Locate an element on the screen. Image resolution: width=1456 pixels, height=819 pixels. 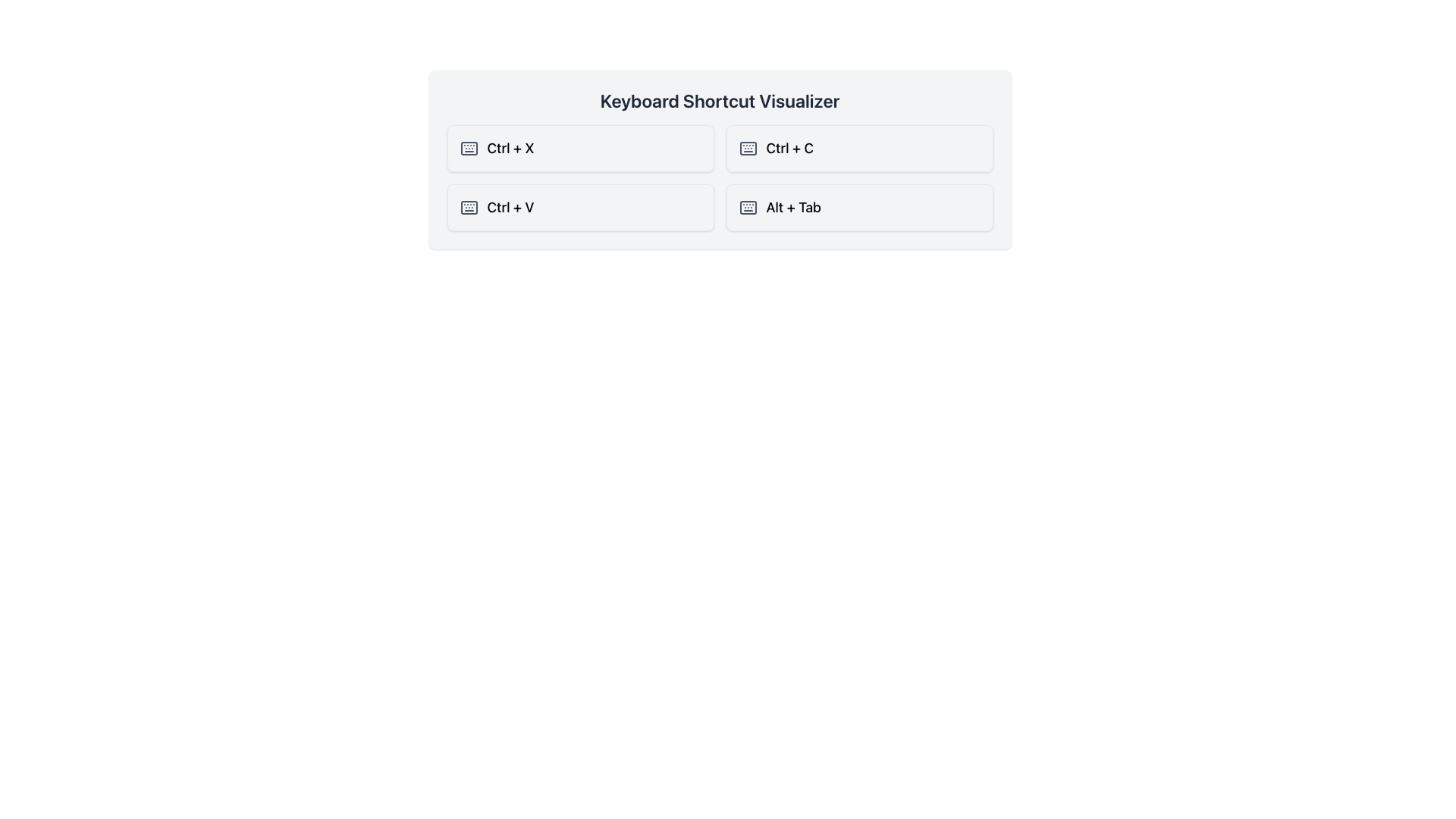
the keyboard icon represented by an SVG graphical element, which enhances the presentation of the associated button or option is located at coordinates (748, 149).